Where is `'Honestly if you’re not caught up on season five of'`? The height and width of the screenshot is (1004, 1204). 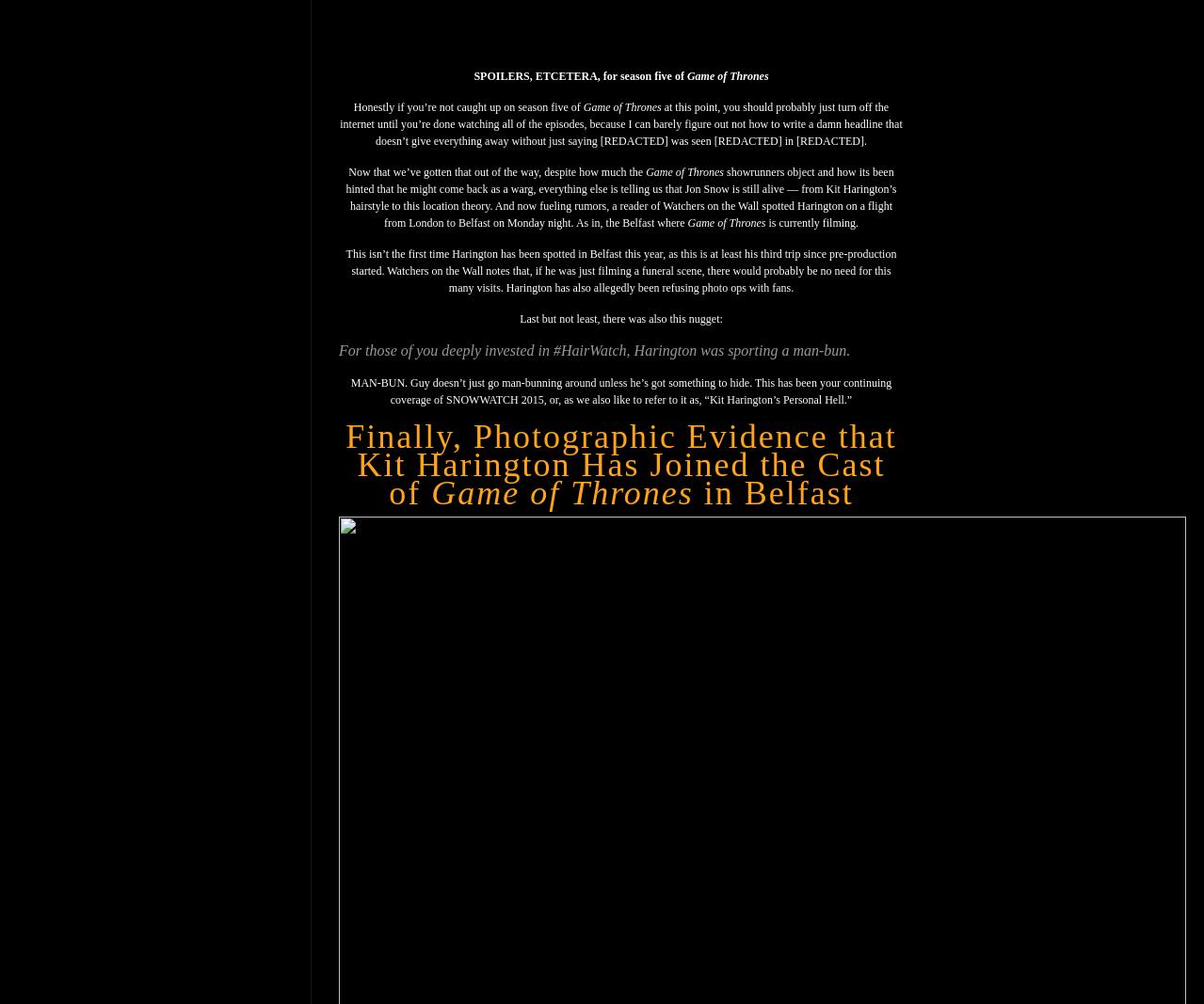
'Honestly if you’re not caught up on season five of' is located at coordinates (468, 105).